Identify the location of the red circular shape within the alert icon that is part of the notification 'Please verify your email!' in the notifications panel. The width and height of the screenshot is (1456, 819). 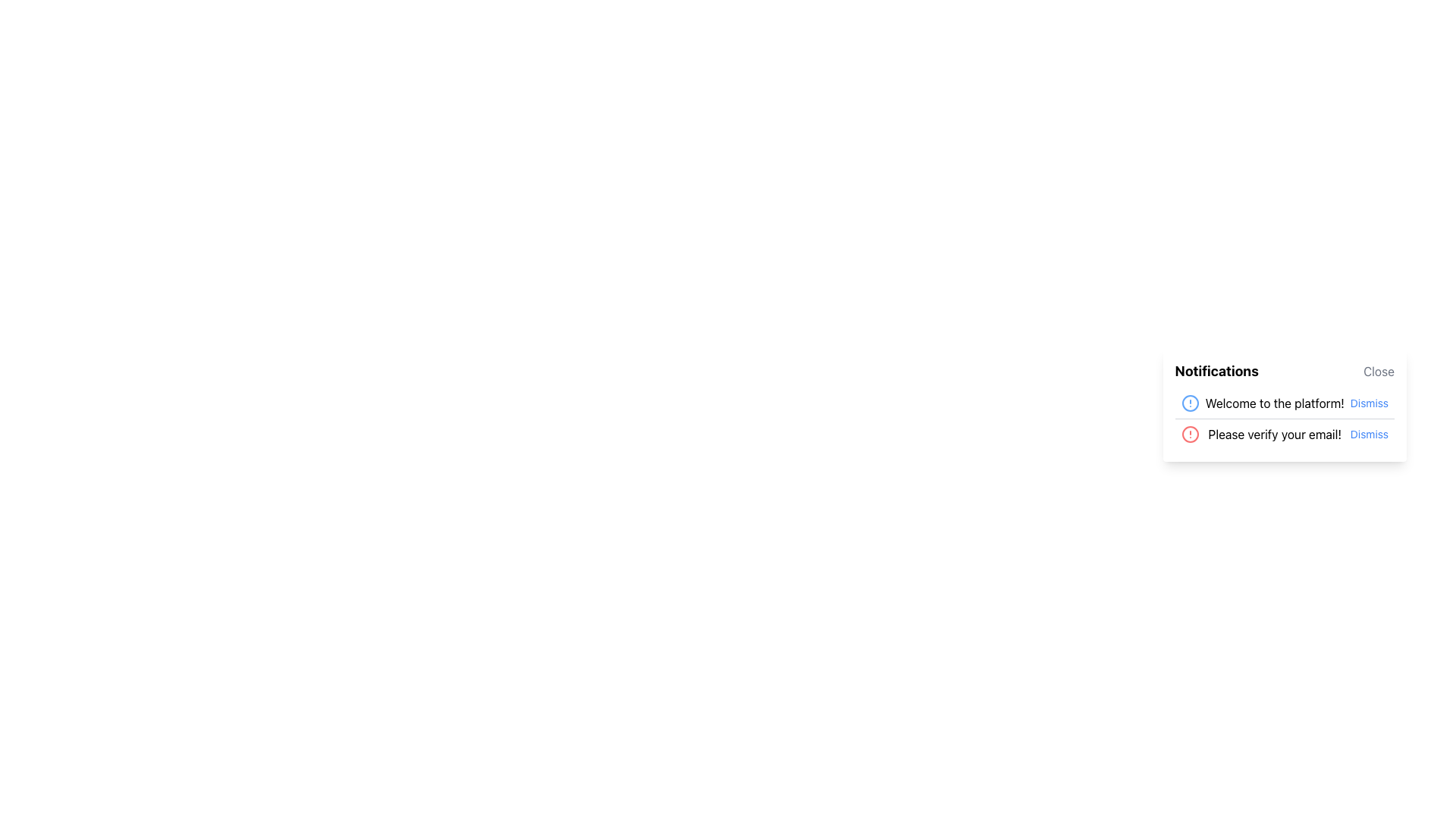
(1189, 435).